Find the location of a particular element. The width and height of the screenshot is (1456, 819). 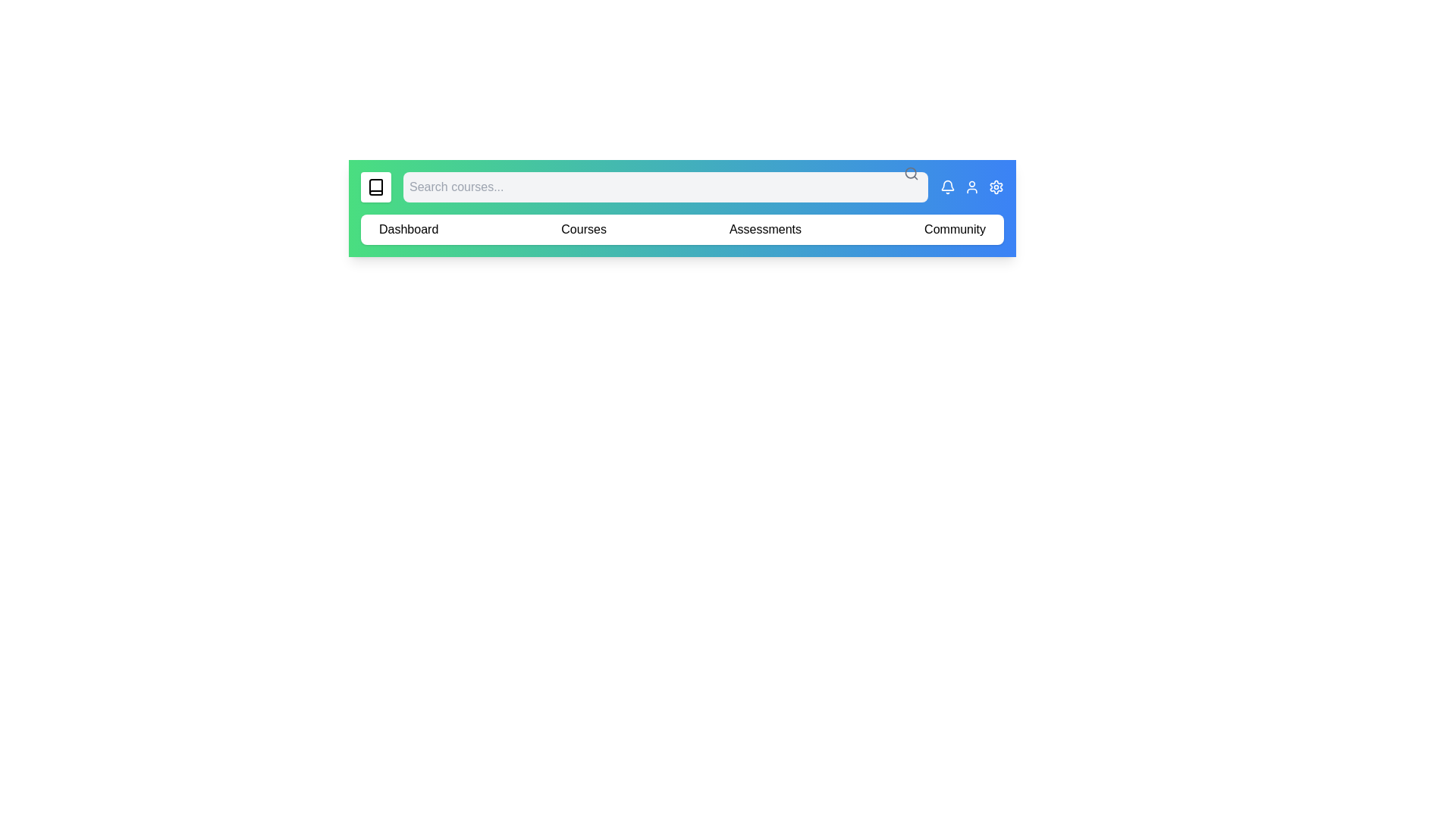

menu button to toggle the navigation menu is located at coordinates (375, 186).